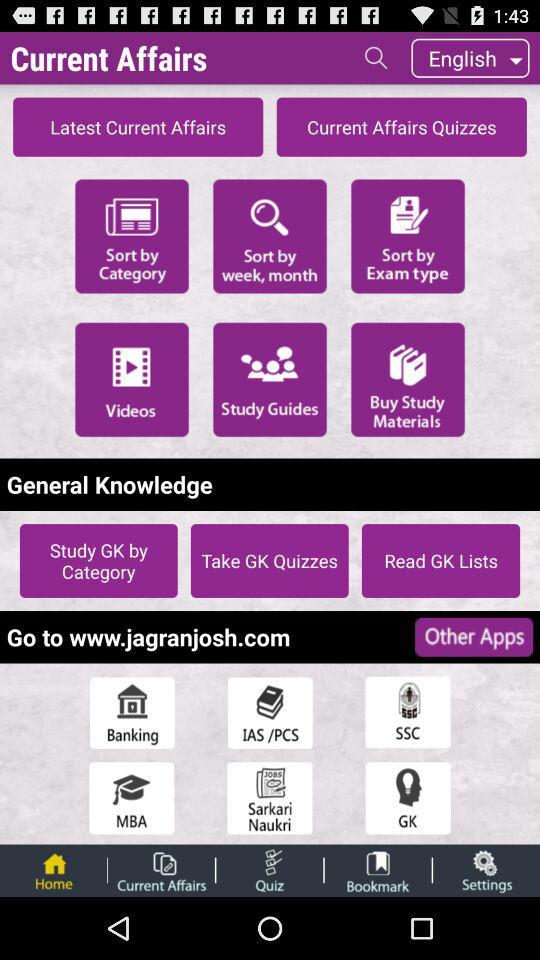  I want to click on sort by category, so click(131, 235).